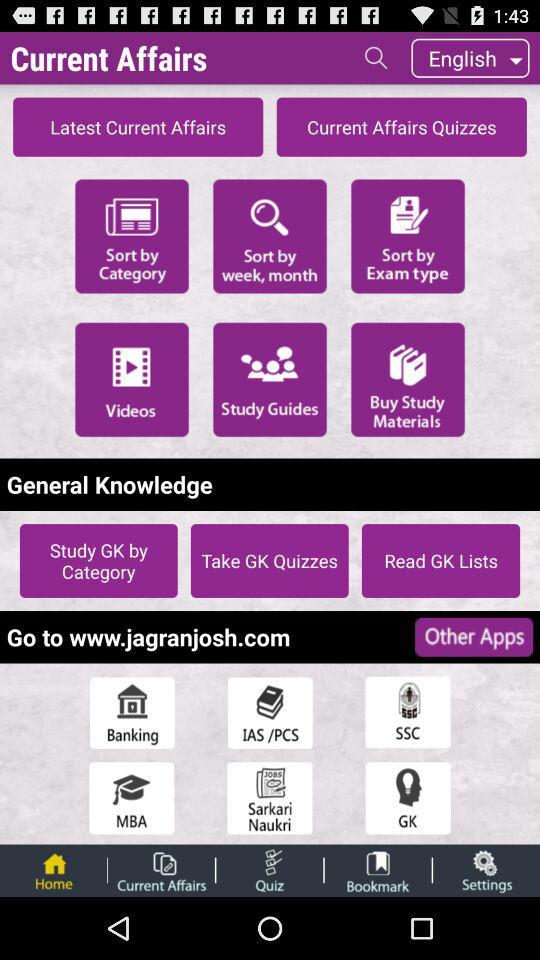  I want to click on sort by category, so click(131, 235).